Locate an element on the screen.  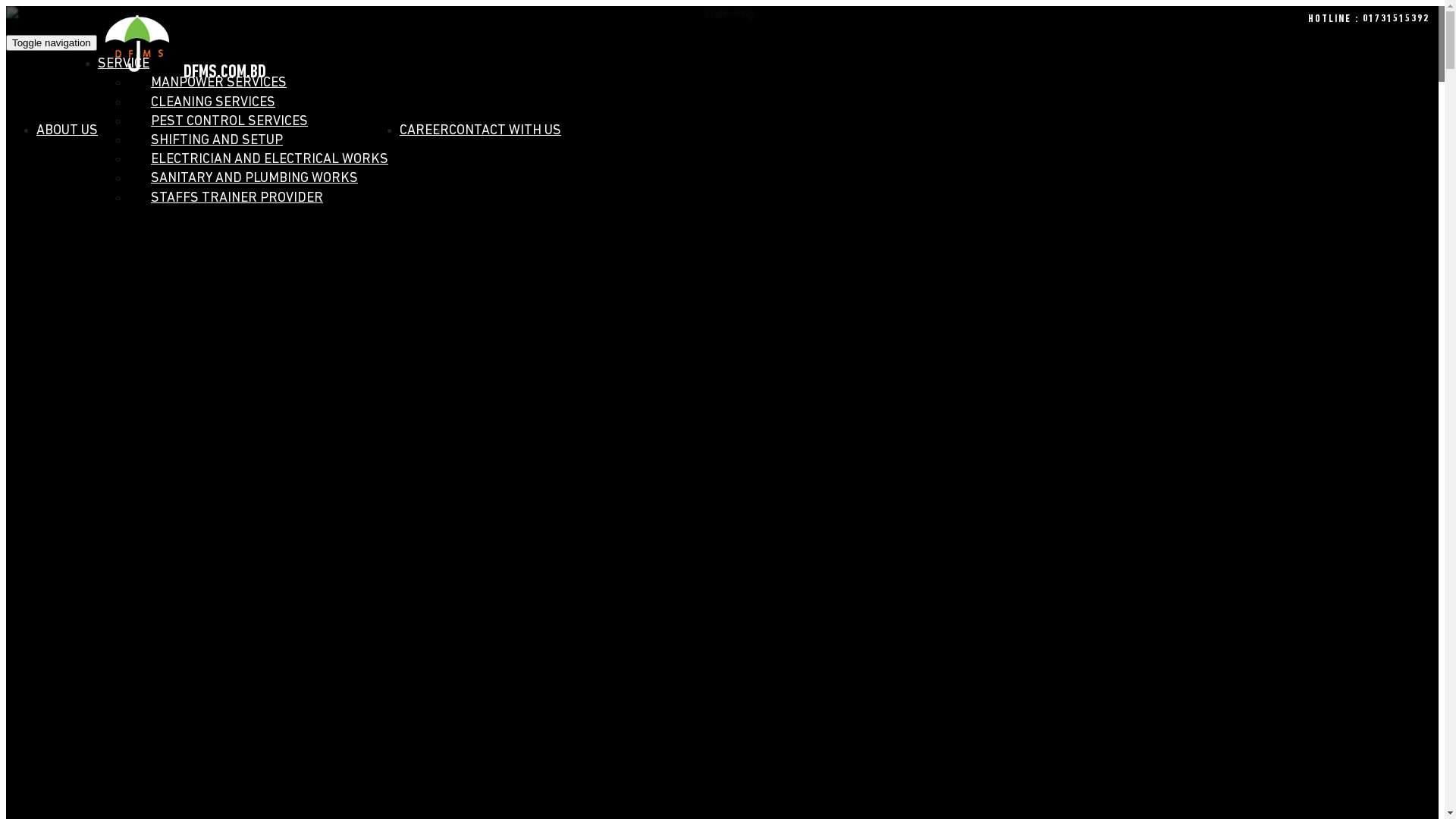
'Toggle navigation' is located at coordinates (51, 42).